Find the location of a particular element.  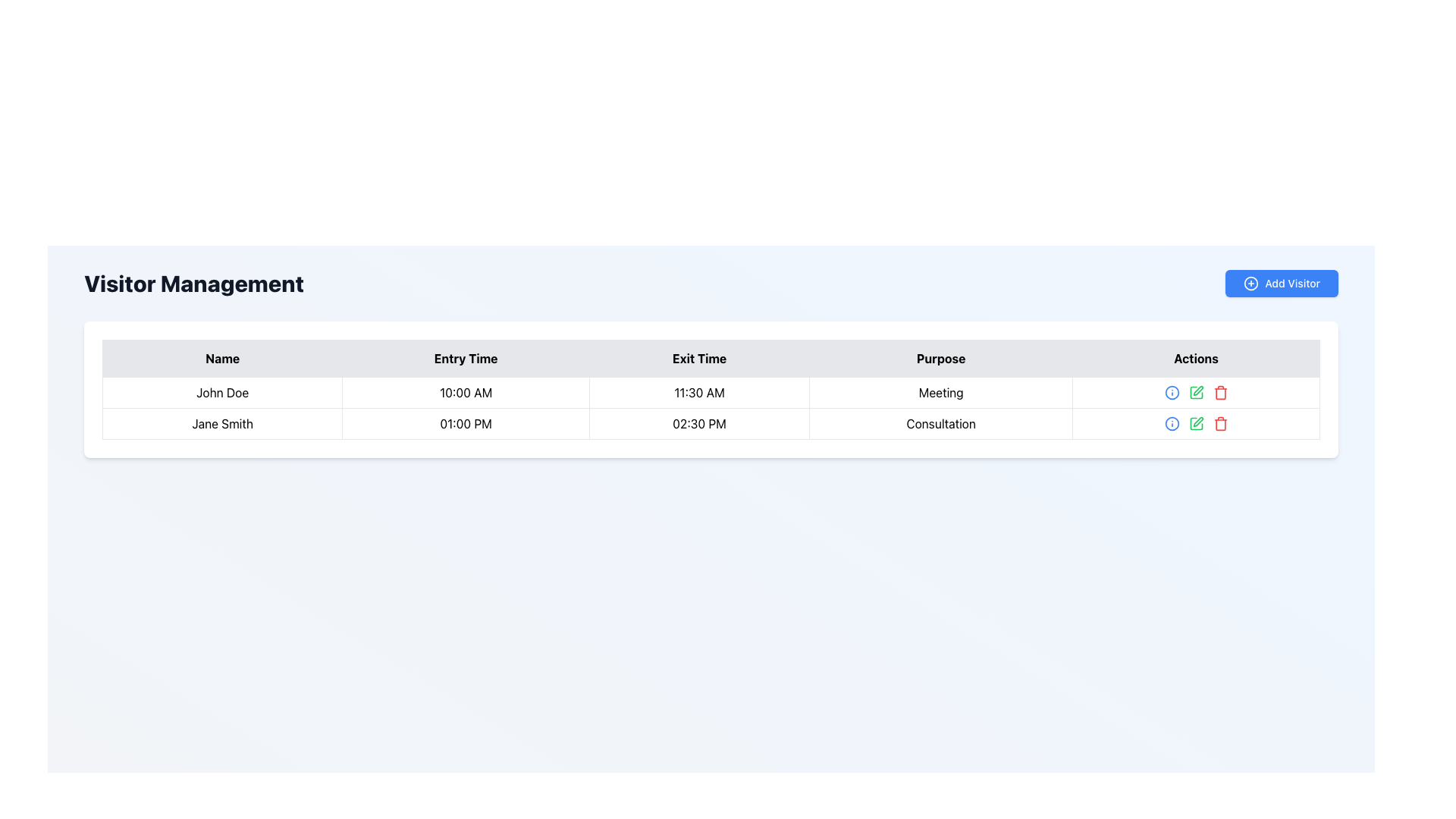

the 'Entry Time' text label, which is the second column header in a five-column table, displaying bold black font on a gray background is located at coordinates (465, 359).